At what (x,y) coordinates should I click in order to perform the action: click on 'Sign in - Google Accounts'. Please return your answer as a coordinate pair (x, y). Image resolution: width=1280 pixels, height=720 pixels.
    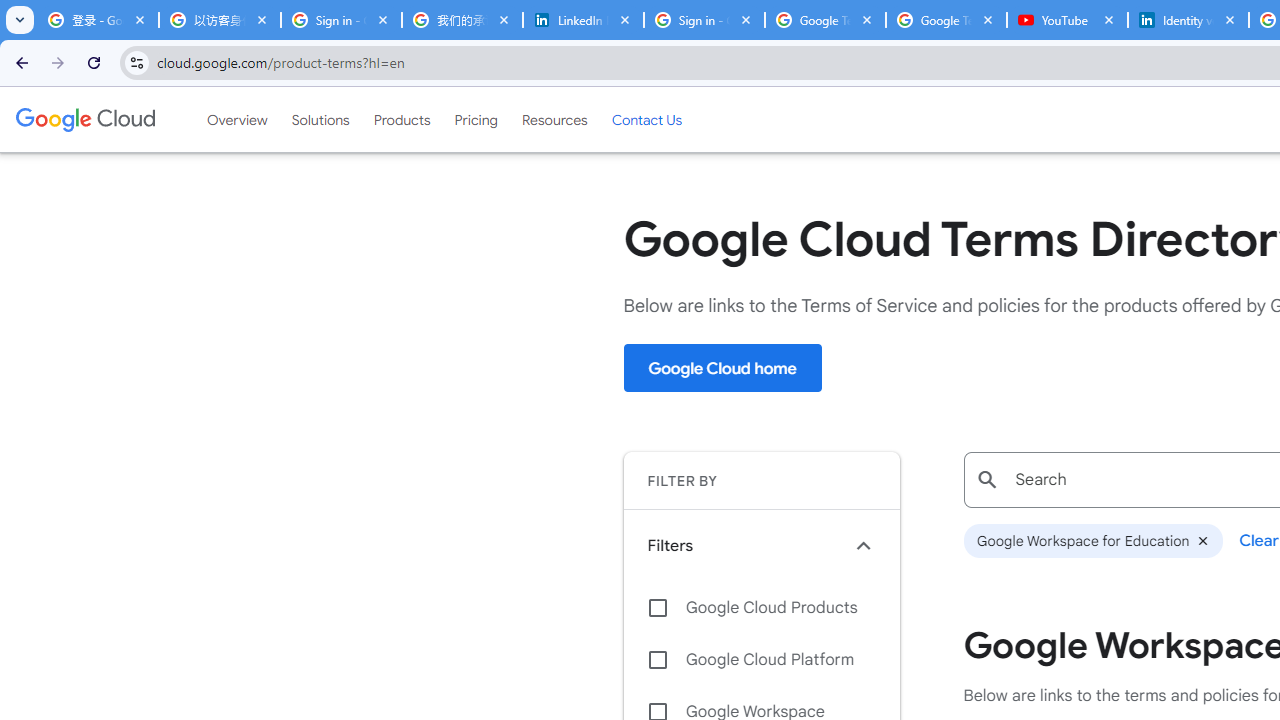
    Looking at the image, I should click on (704, 20).